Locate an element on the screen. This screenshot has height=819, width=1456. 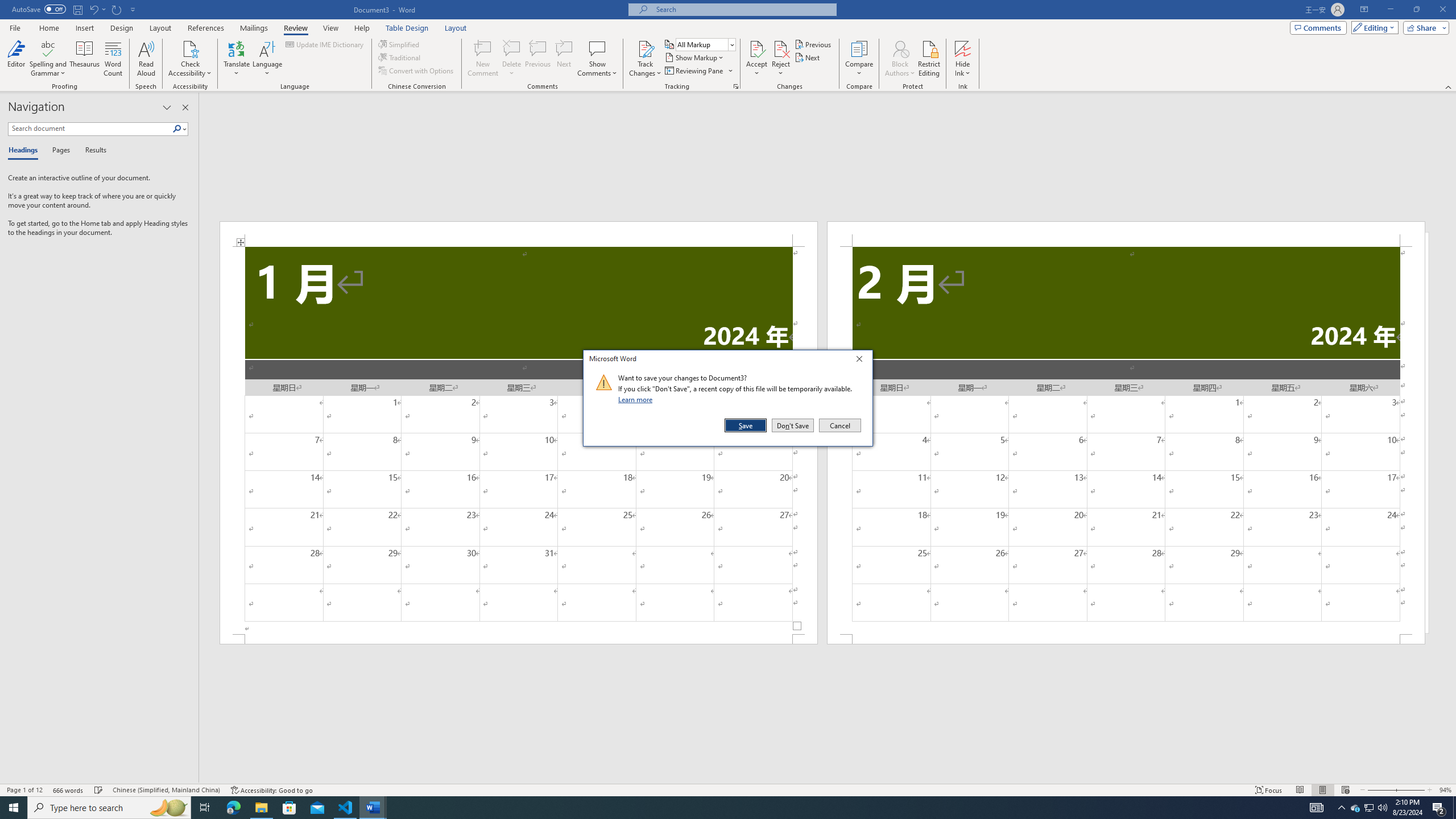
'Results' is located at coordinates (91, 150).